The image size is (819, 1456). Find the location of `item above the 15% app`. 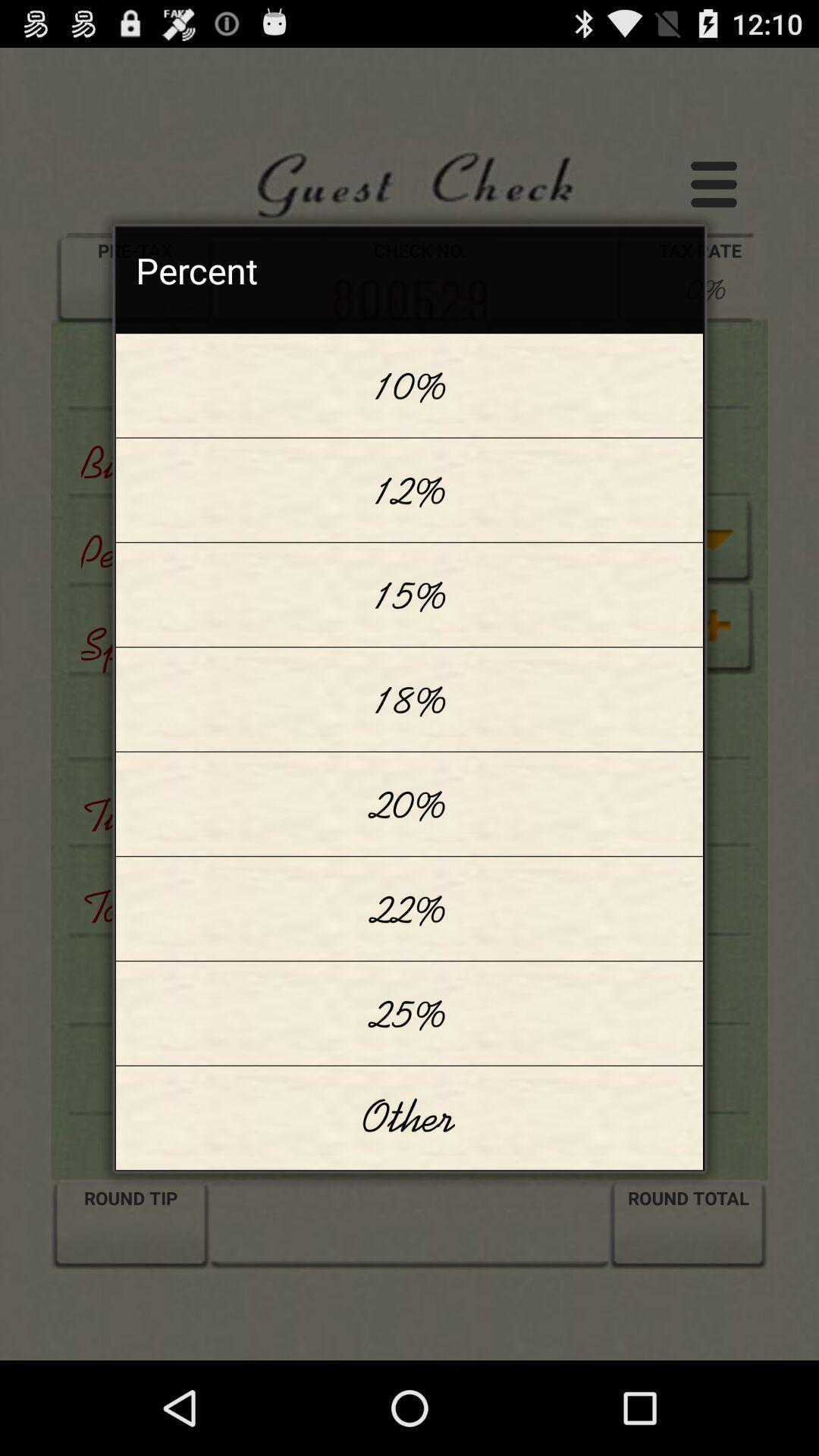

item above the 15% app is located at coordinates (409, 490).